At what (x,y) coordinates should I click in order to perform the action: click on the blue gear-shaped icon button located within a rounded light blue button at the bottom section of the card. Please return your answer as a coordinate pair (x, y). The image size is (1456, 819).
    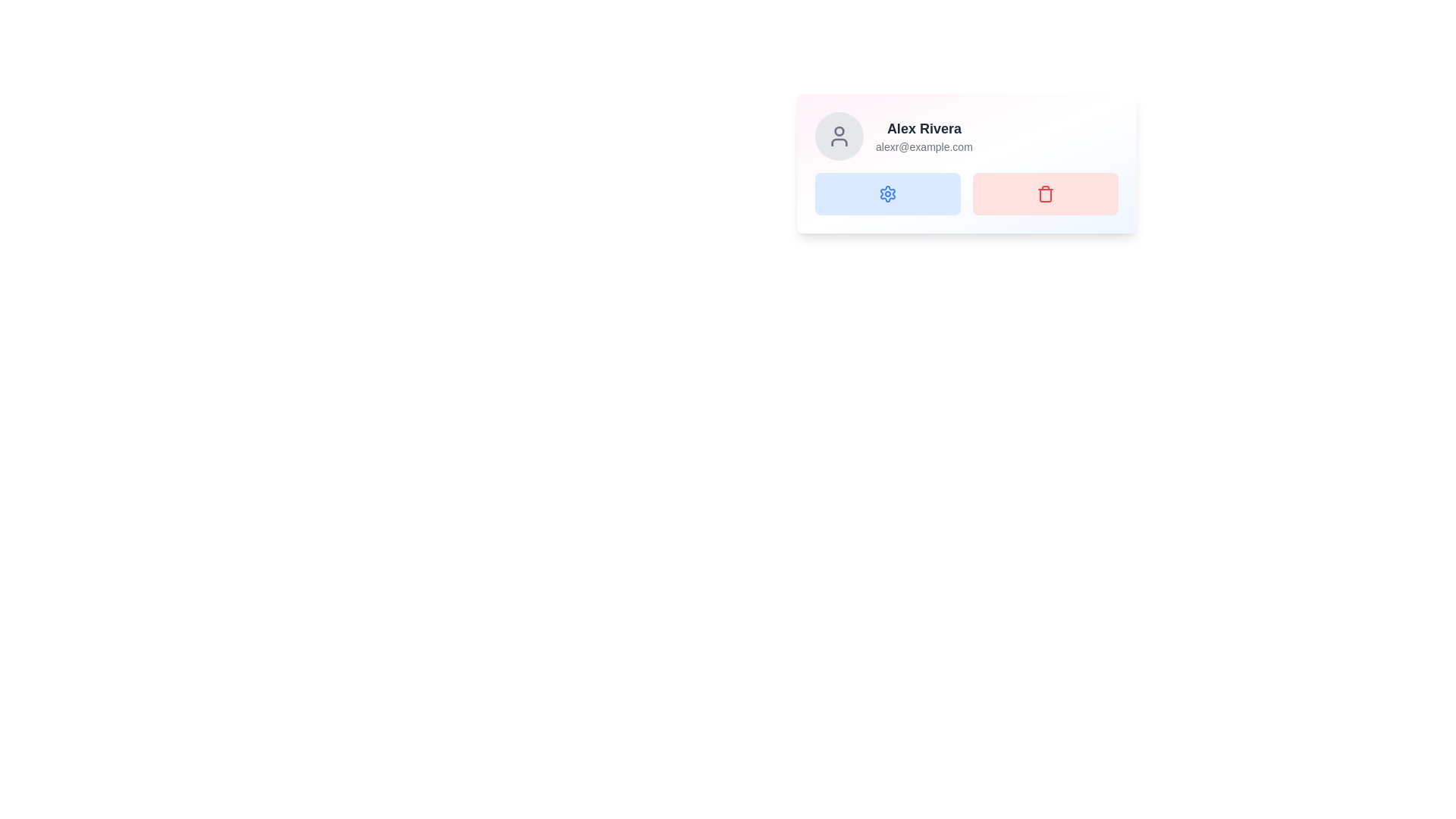
    Looking at the image, I should click on (888, 193).